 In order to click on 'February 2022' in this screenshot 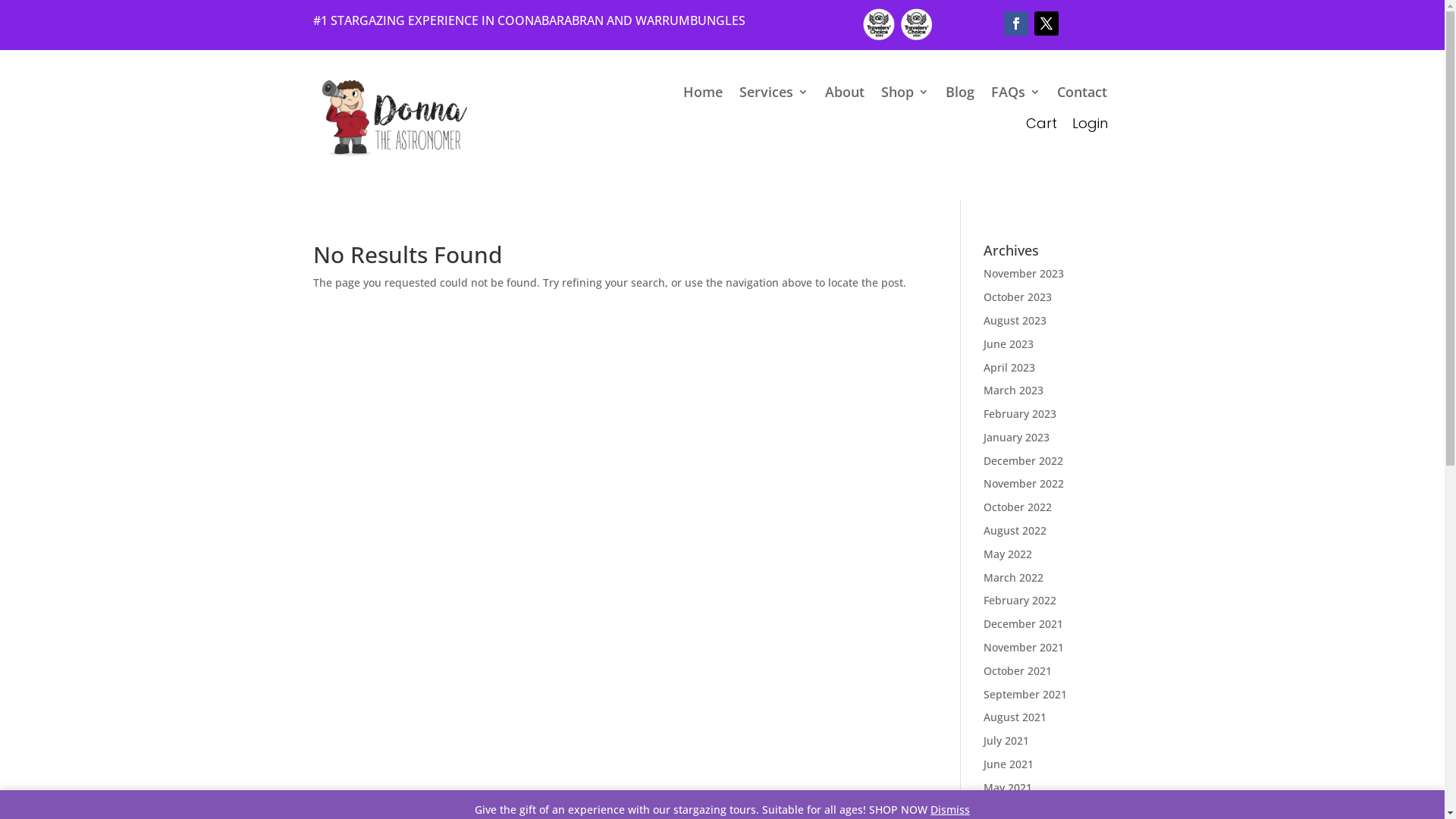, I will do `click(983, 599)`.